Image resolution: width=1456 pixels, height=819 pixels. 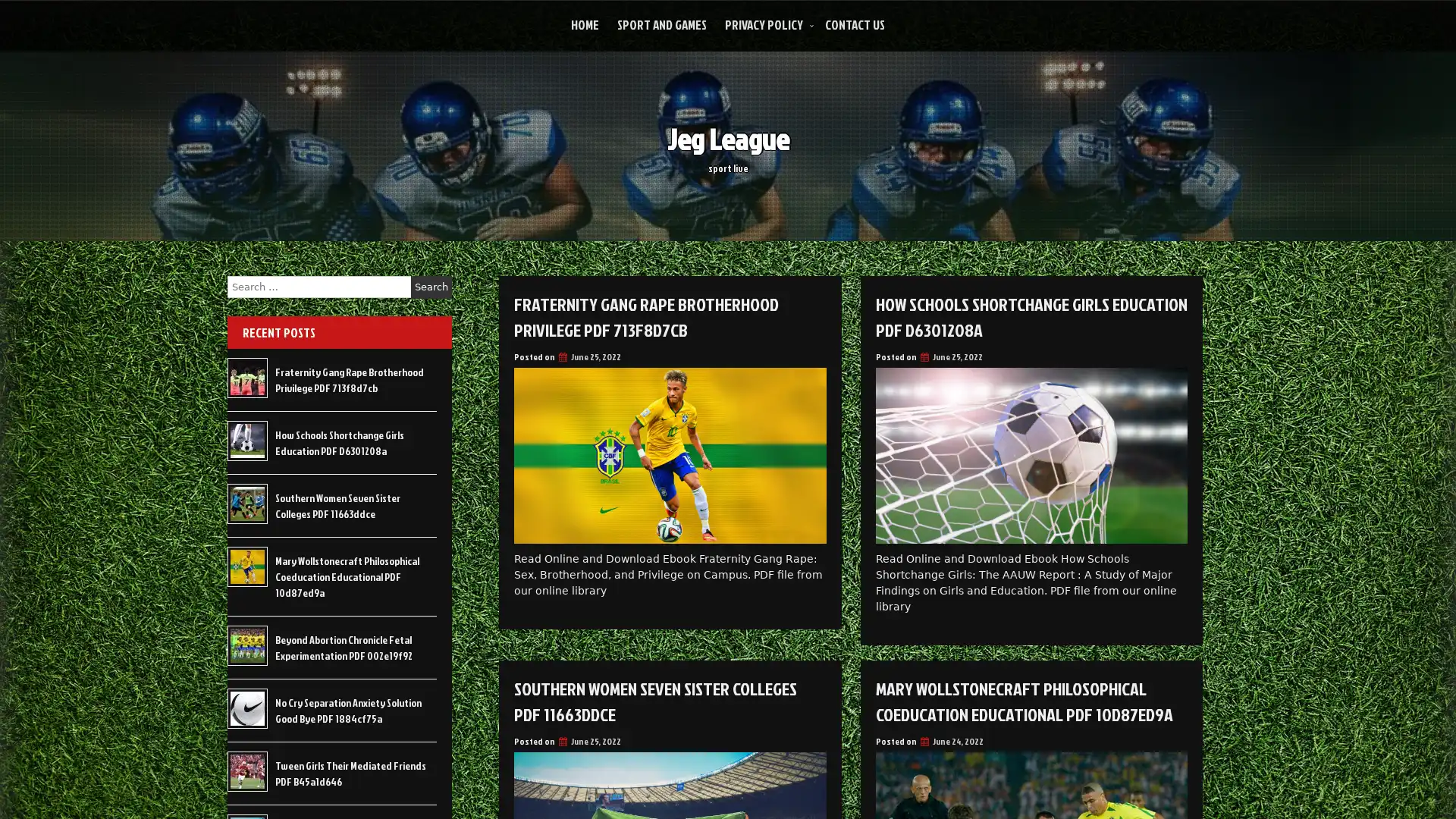 I want to click on Search, so click(x=431, y=287).